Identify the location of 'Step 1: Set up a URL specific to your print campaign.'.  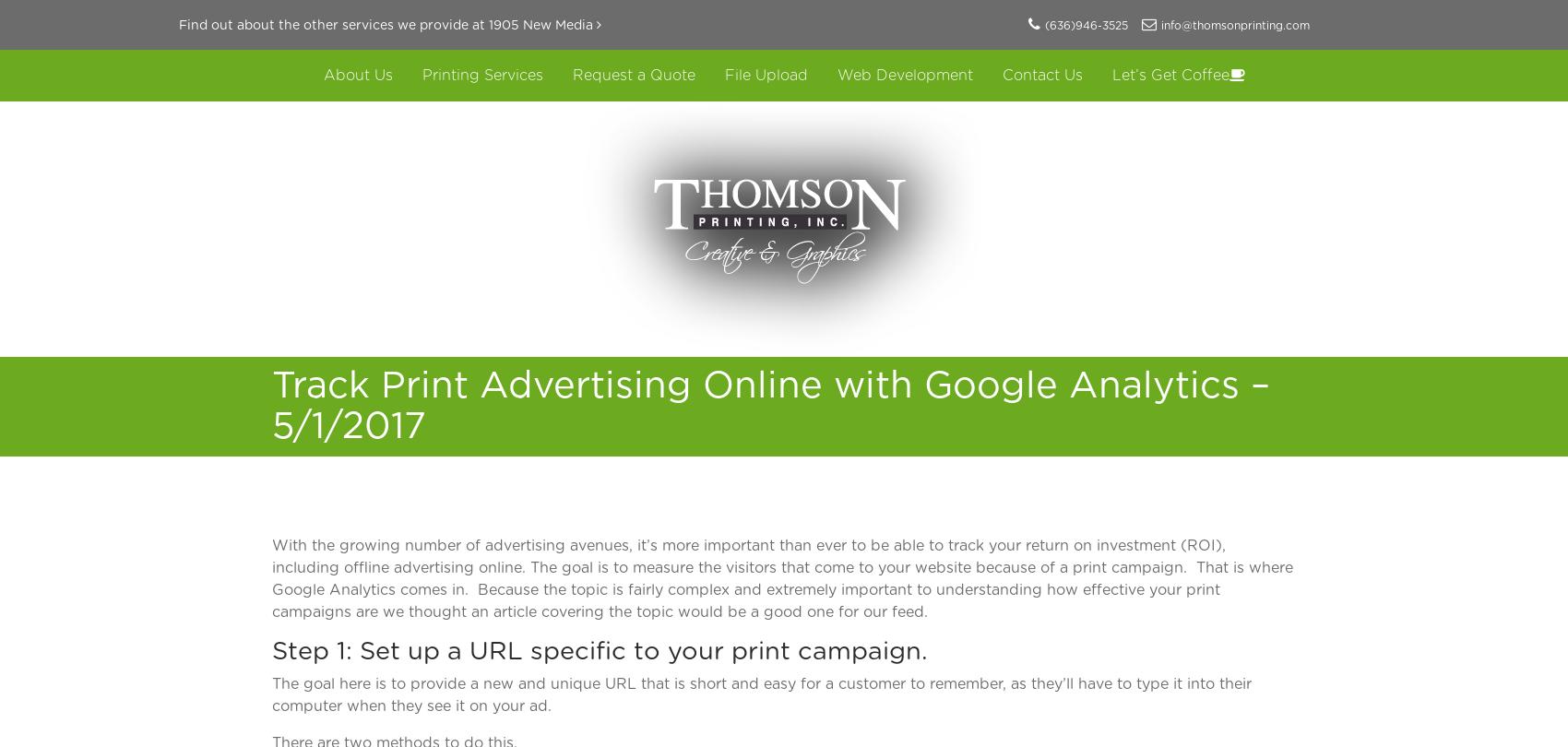
(600, 650).